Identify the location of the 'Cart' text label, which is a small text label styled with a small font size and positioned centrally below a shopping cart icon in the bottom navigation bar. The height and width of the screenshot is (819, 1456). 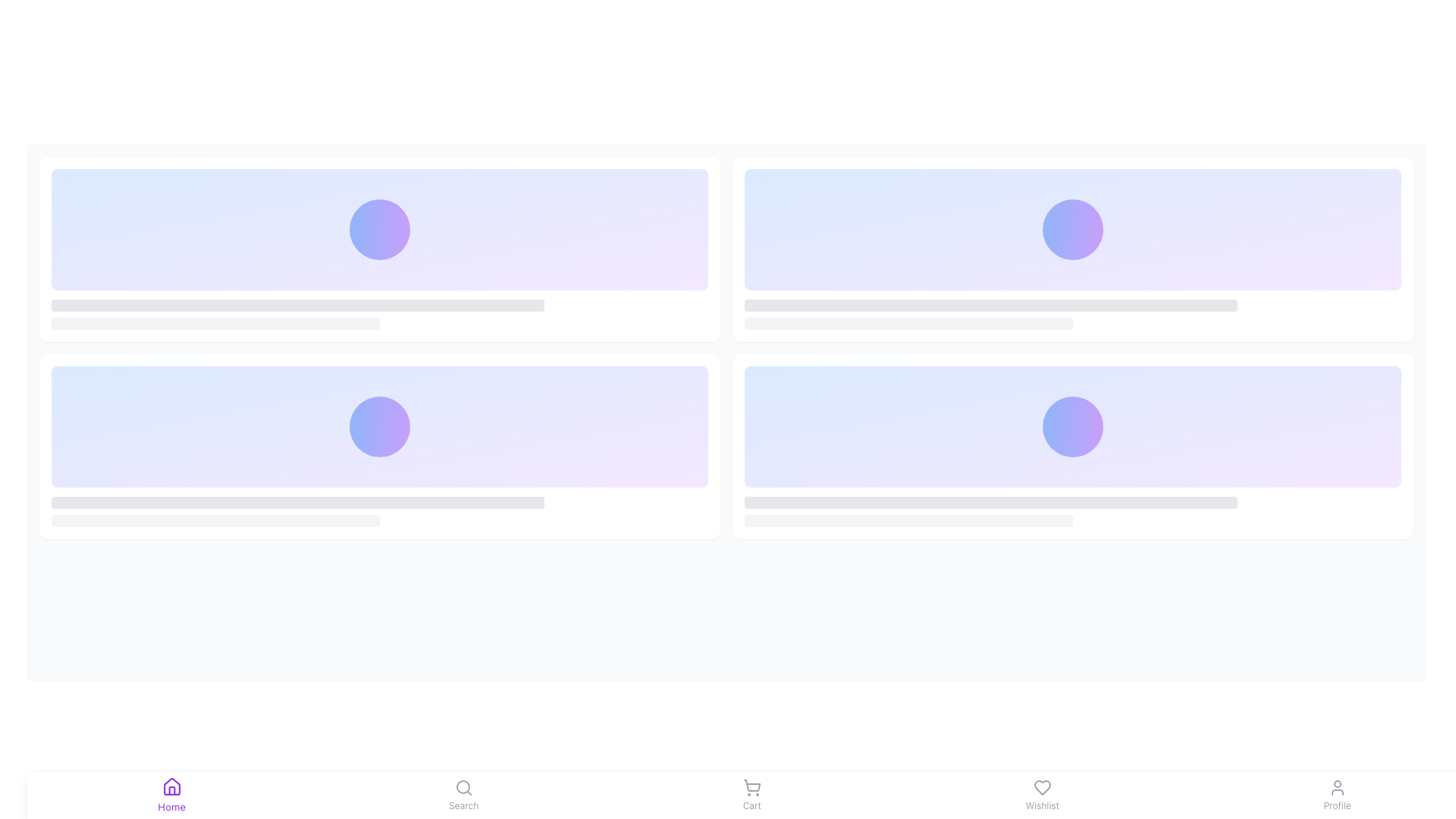
(752, 805).